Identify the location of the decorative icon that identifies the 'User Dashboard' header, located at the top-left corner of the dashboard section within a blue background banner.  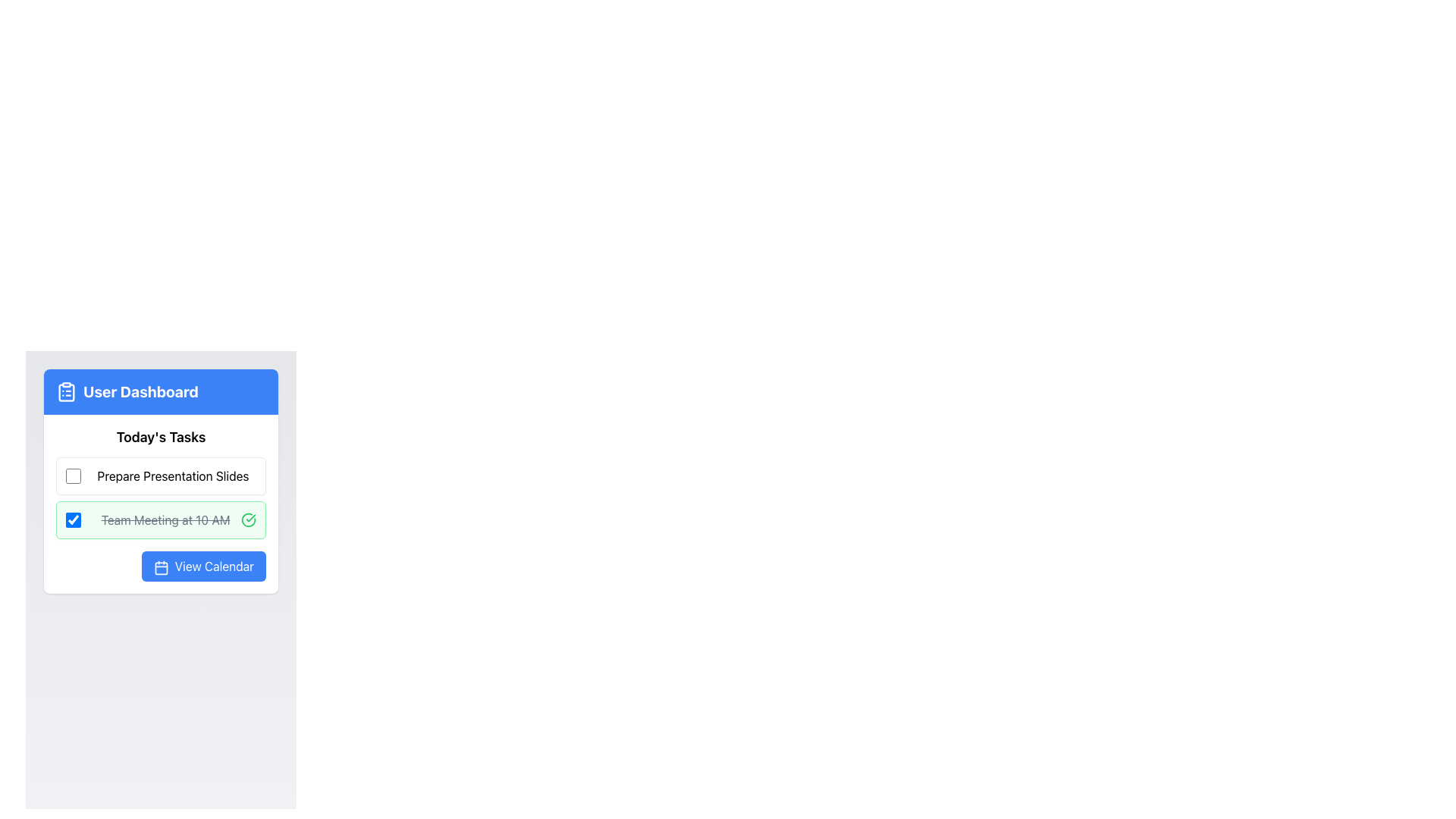
(65, 391).